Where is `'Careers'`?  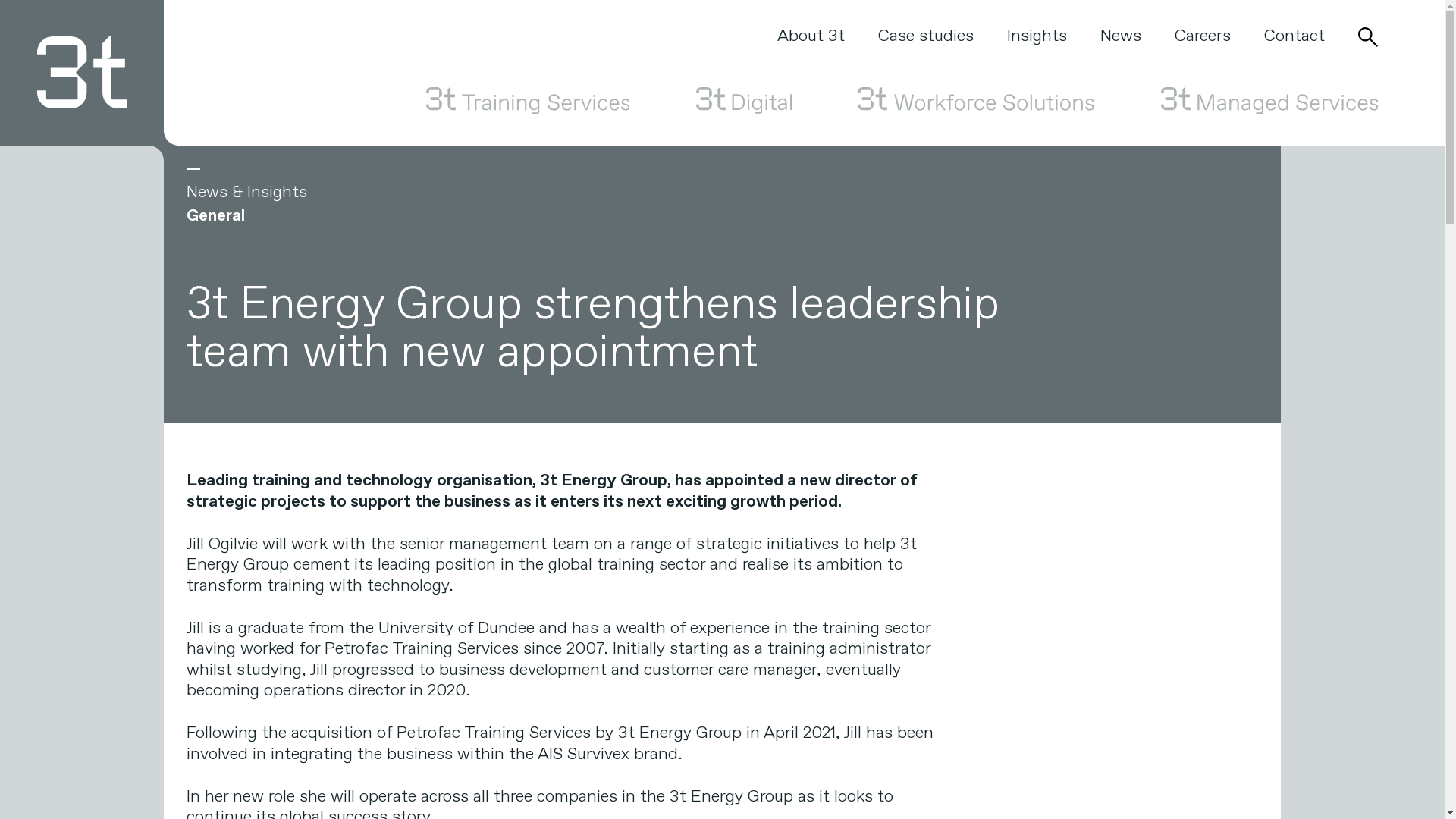
'Careers' is located at coordinates (1201, 35).